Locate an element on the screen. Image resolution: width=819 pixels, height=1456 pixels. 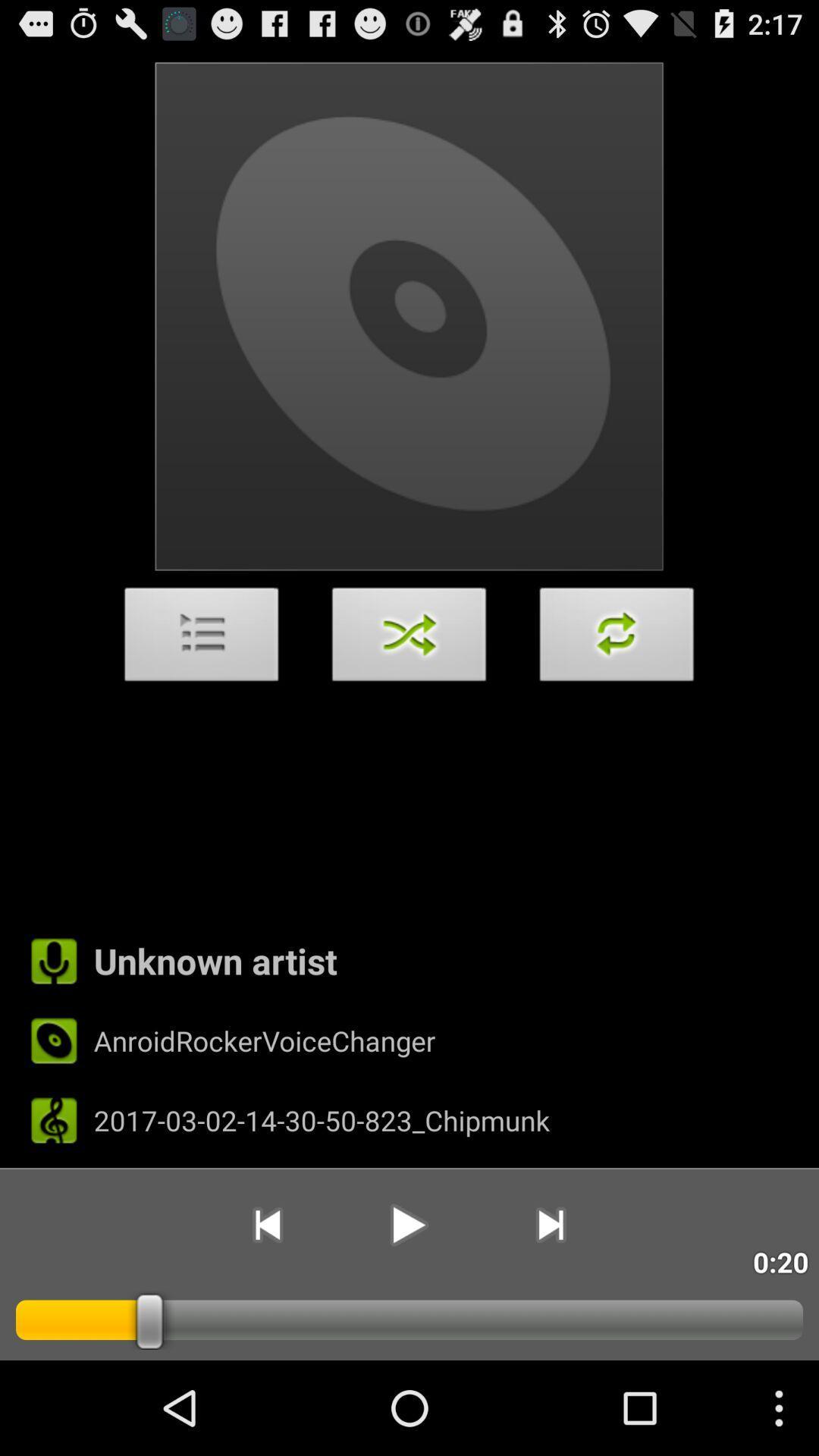
the close icon is located at coordinates (409, 682).